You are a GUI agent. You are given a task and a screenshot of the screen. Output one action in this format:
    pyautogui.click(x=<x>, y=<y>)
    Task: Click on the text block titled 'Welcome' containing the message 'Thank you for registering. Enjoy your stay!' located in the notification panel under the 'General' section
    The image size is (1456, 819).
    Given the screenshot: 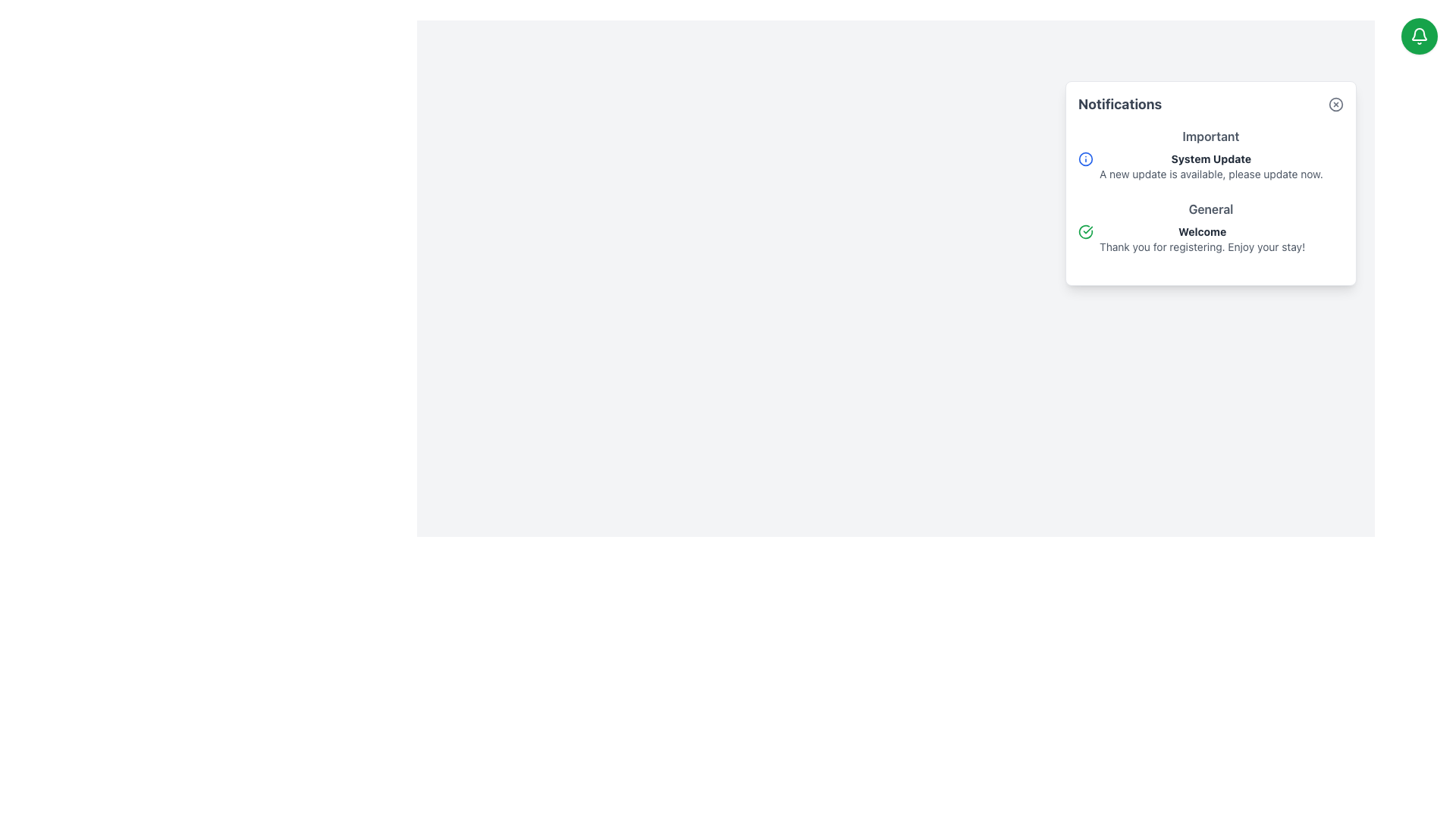 What is the action you would take?
    pyautogui.click(x=1201, y=239)
    